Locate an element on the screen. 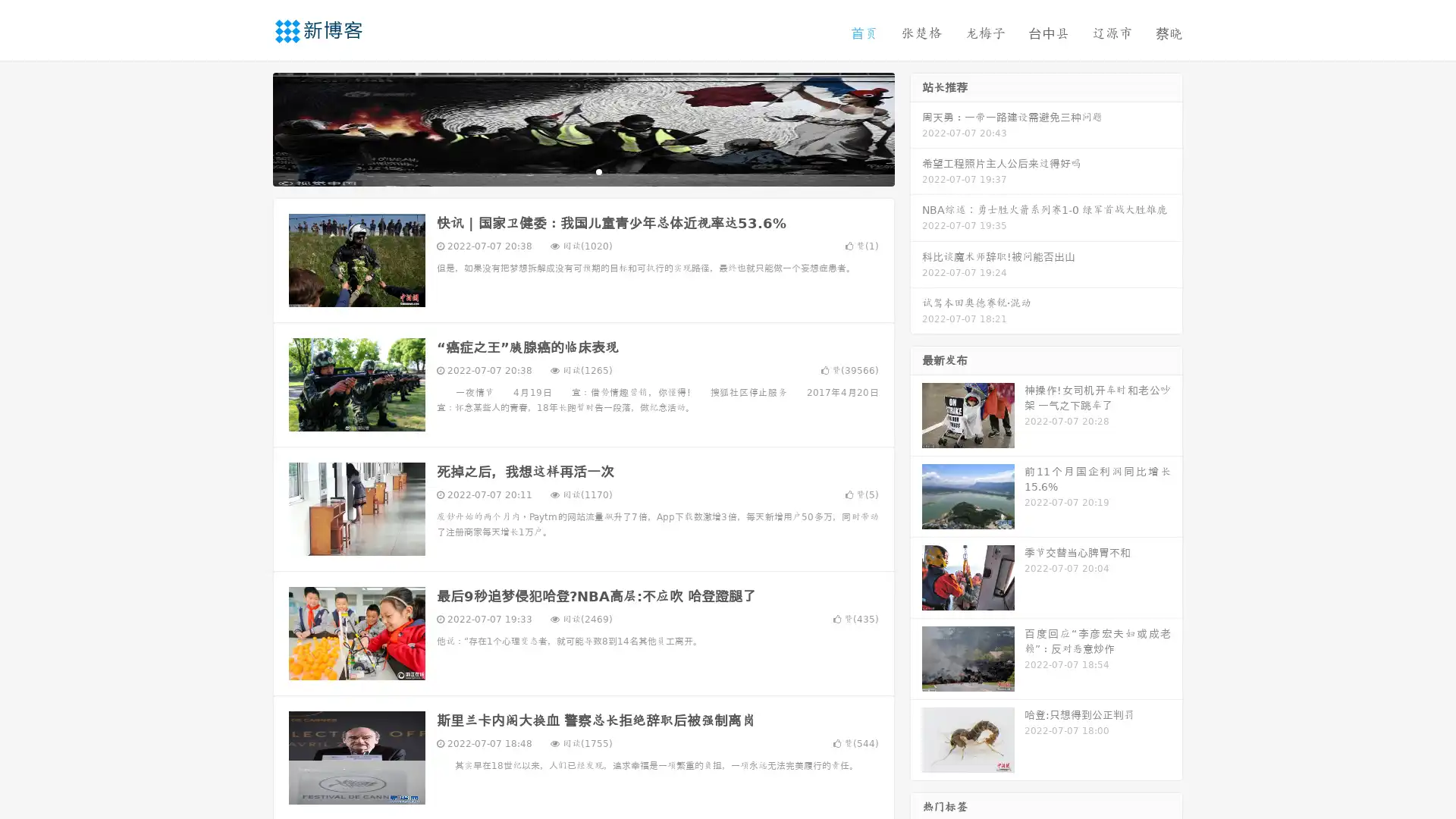 The image size is (1456, 819). Next slide is located at coordinates (916, 127).